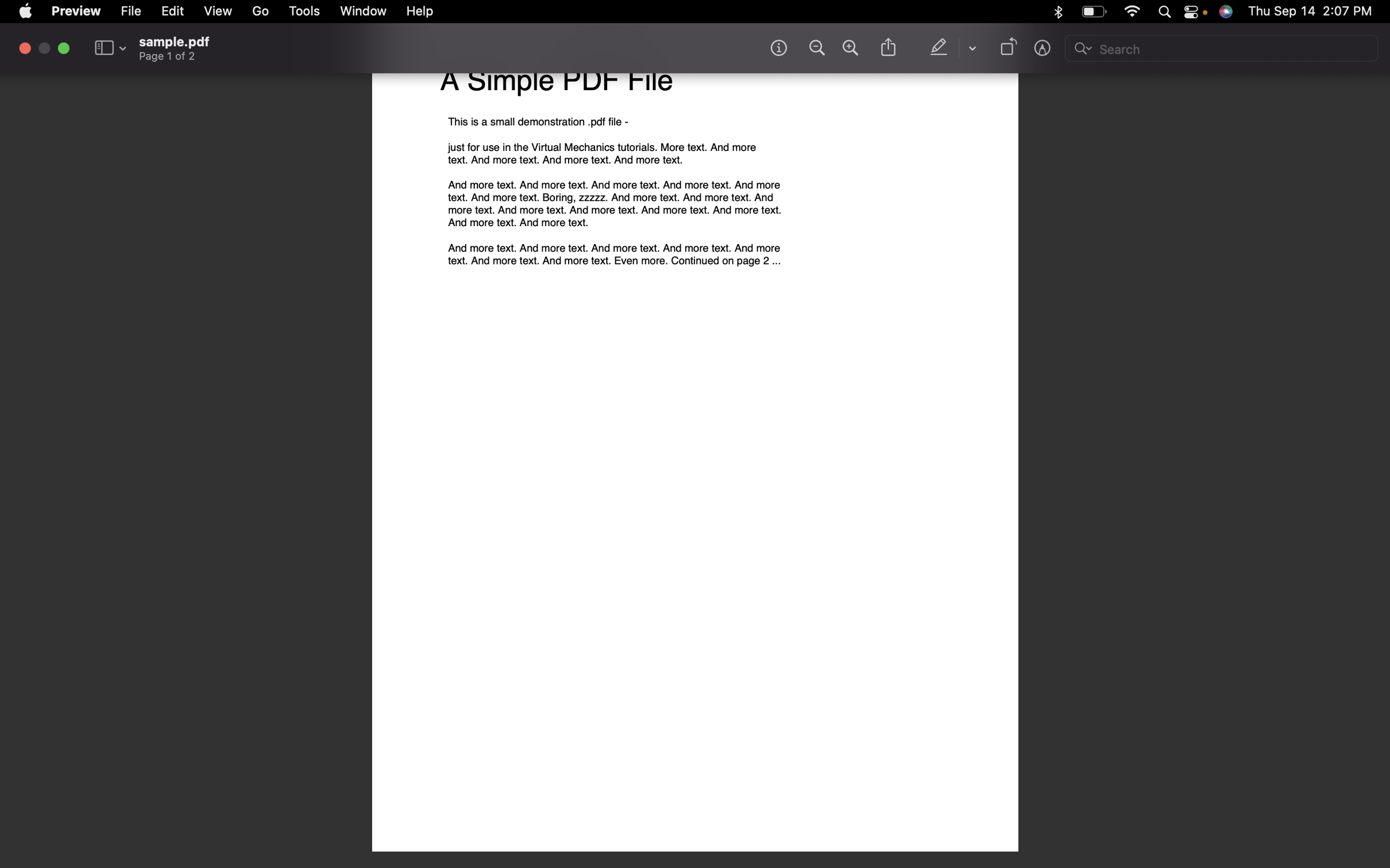 The width and height of the screenshot is (1390, 868). I want to click on Decrease the zoom level of the document, so click(814, 48).